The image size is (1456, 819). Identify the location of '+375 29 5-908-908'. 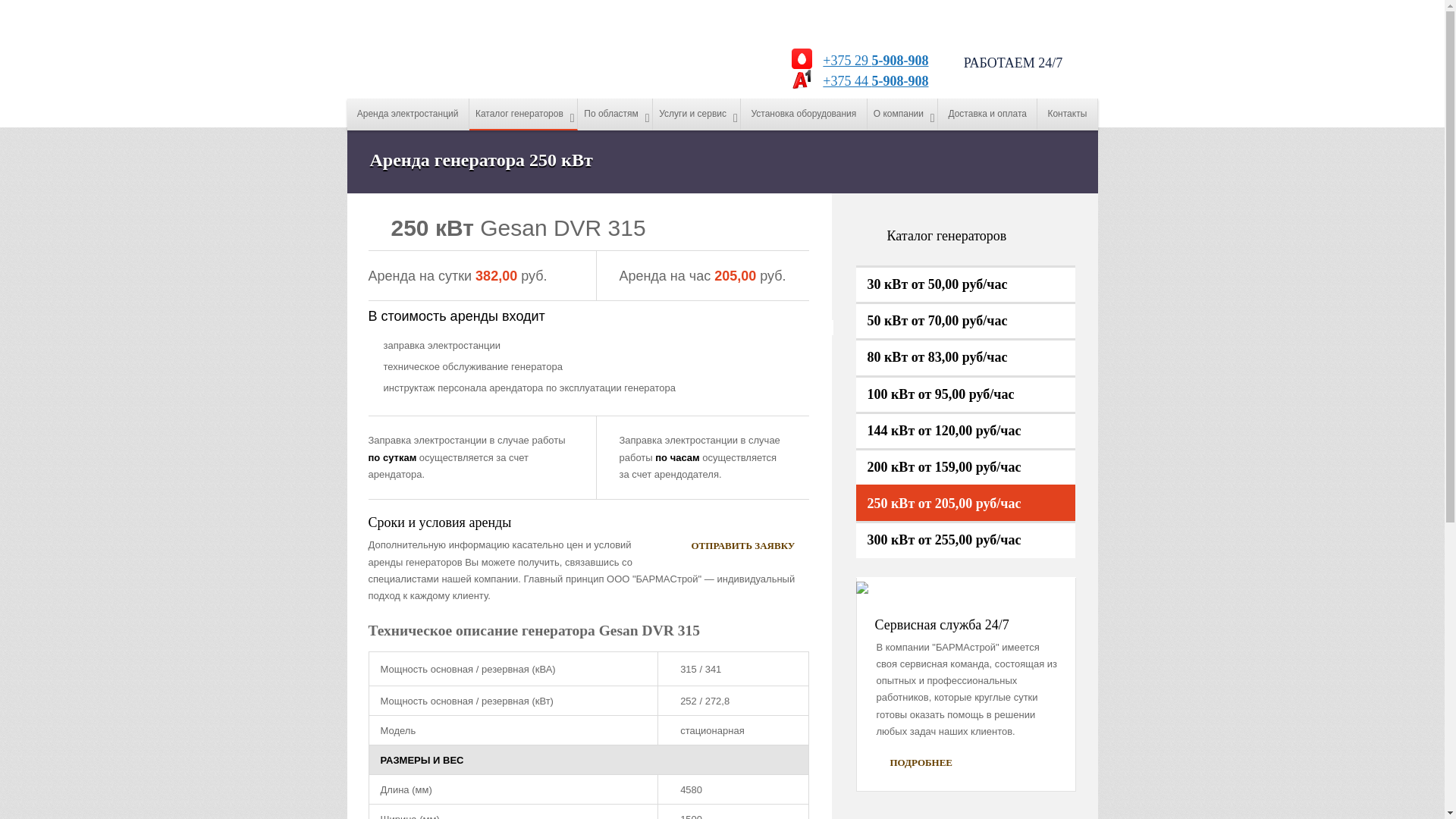
(871, 60).